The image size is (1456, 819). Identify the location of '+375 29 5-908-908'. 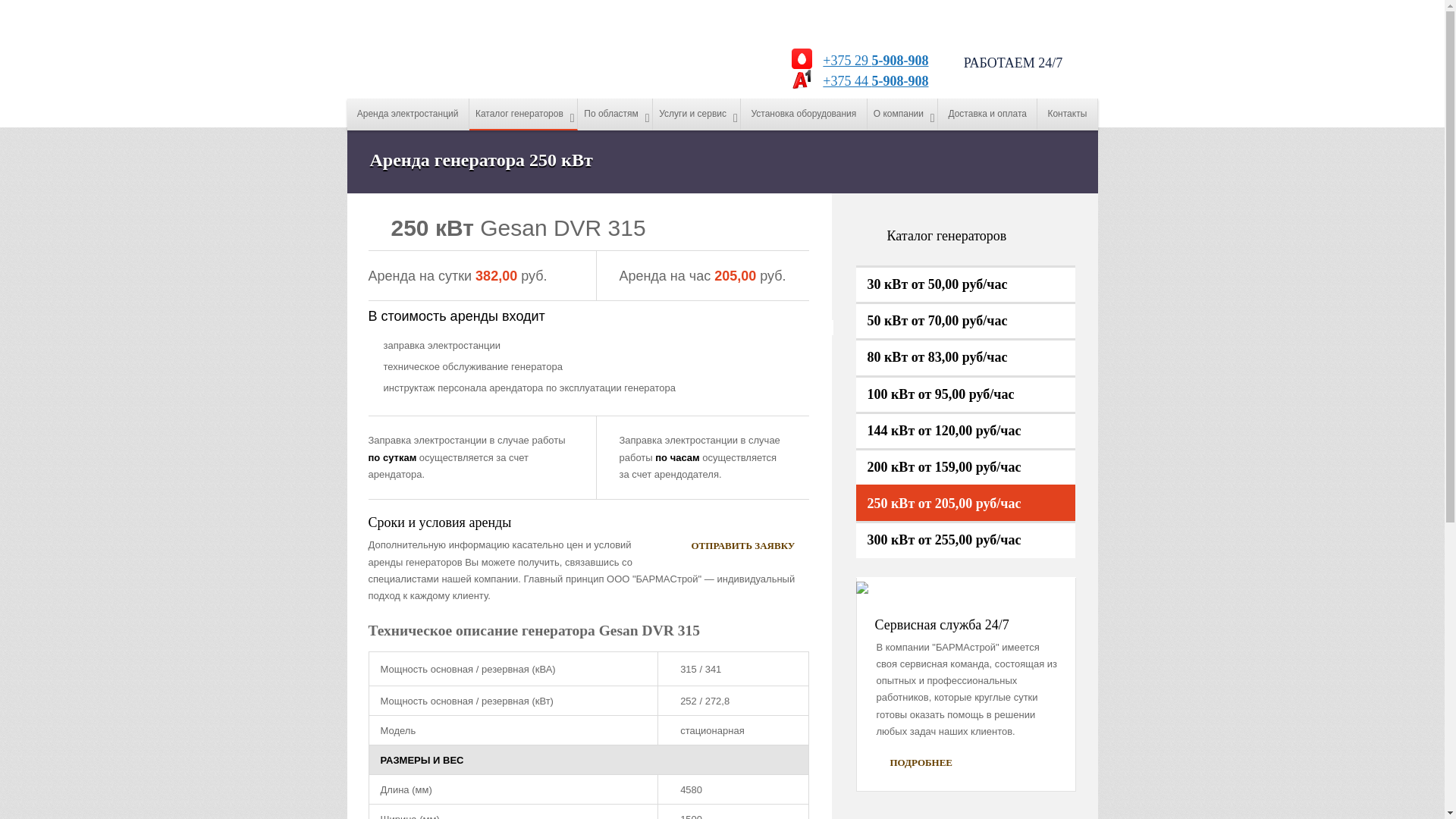
(871, 60).